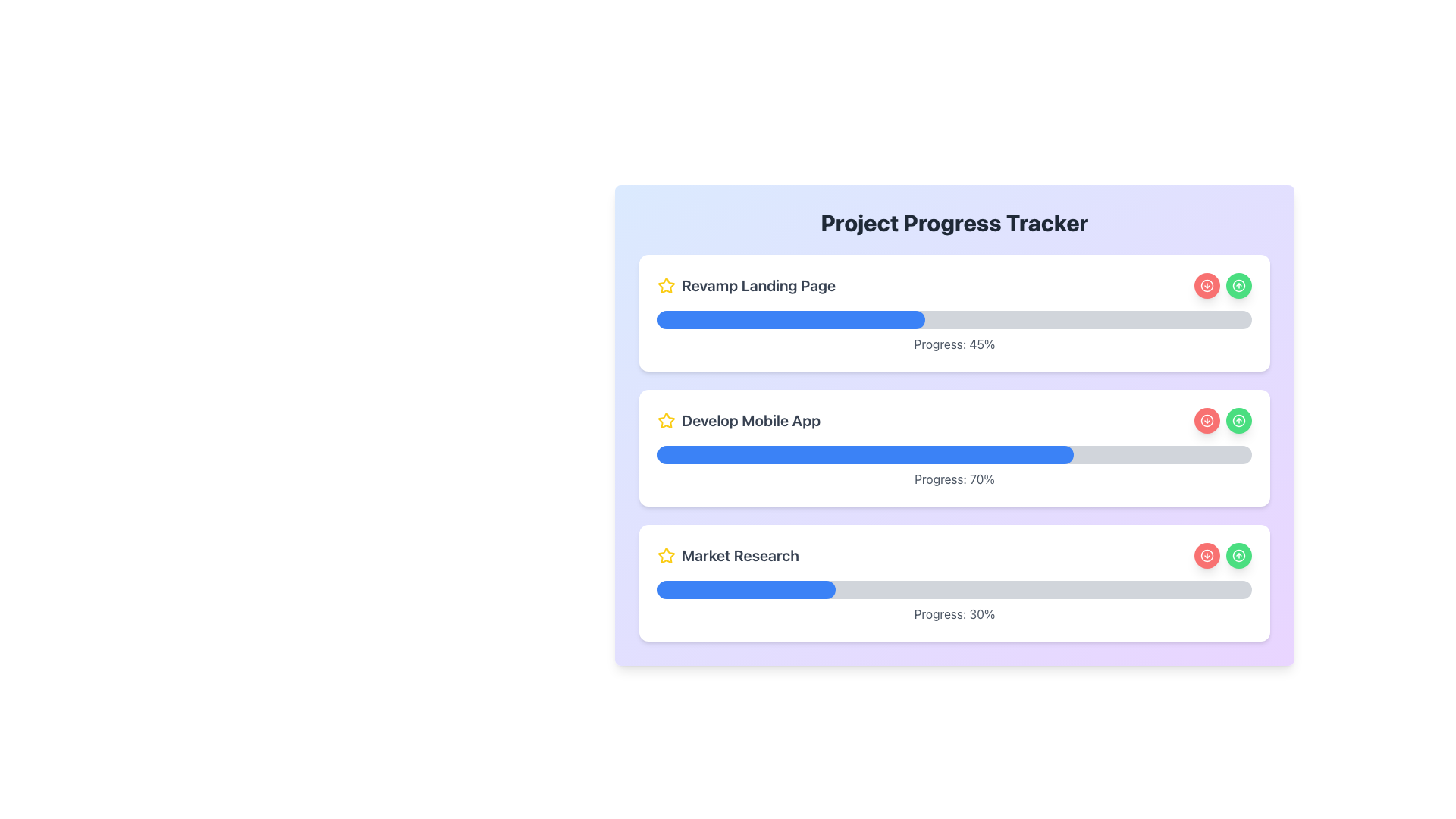  Describe the element at coordinates (790, 318) in the screenshot. I see `the blue progress bar segment within the grey progress bar in the first card labeled 'Revamp Landing Page'` at that location.